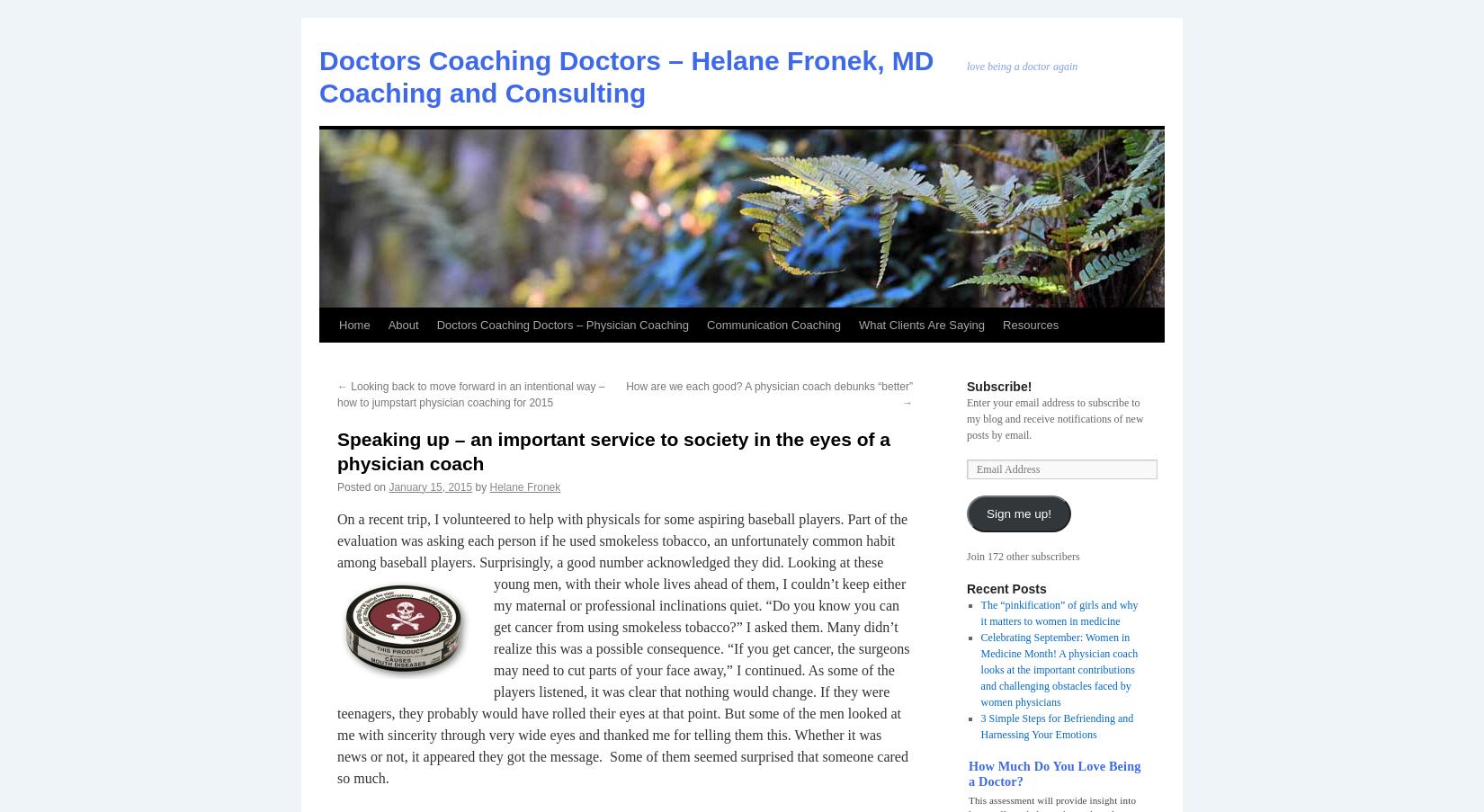 The width and height of the screenshot is (1484, 812). Describe the element at coordinates (429, 485) in the screenshot. I see `'January 15, 2015'` at that location.